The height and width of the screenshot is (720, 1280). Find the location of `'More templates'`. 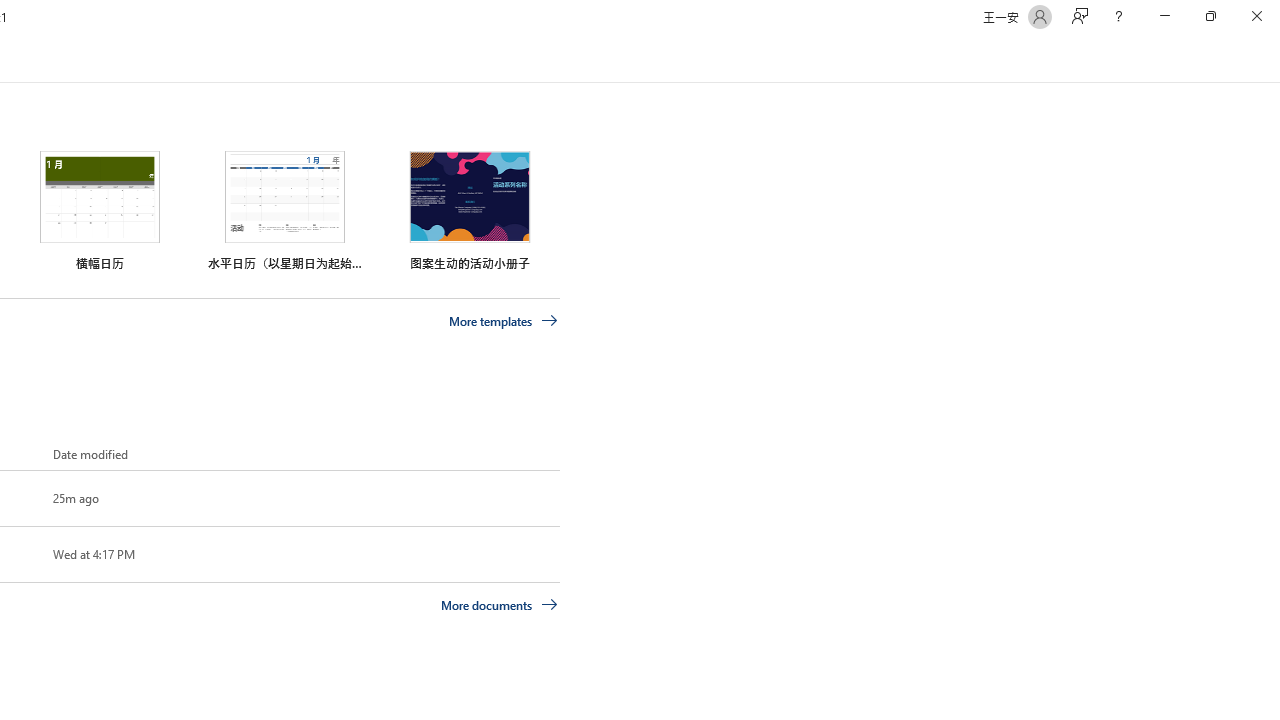

'More templates' is located at coordinates (503, 320).